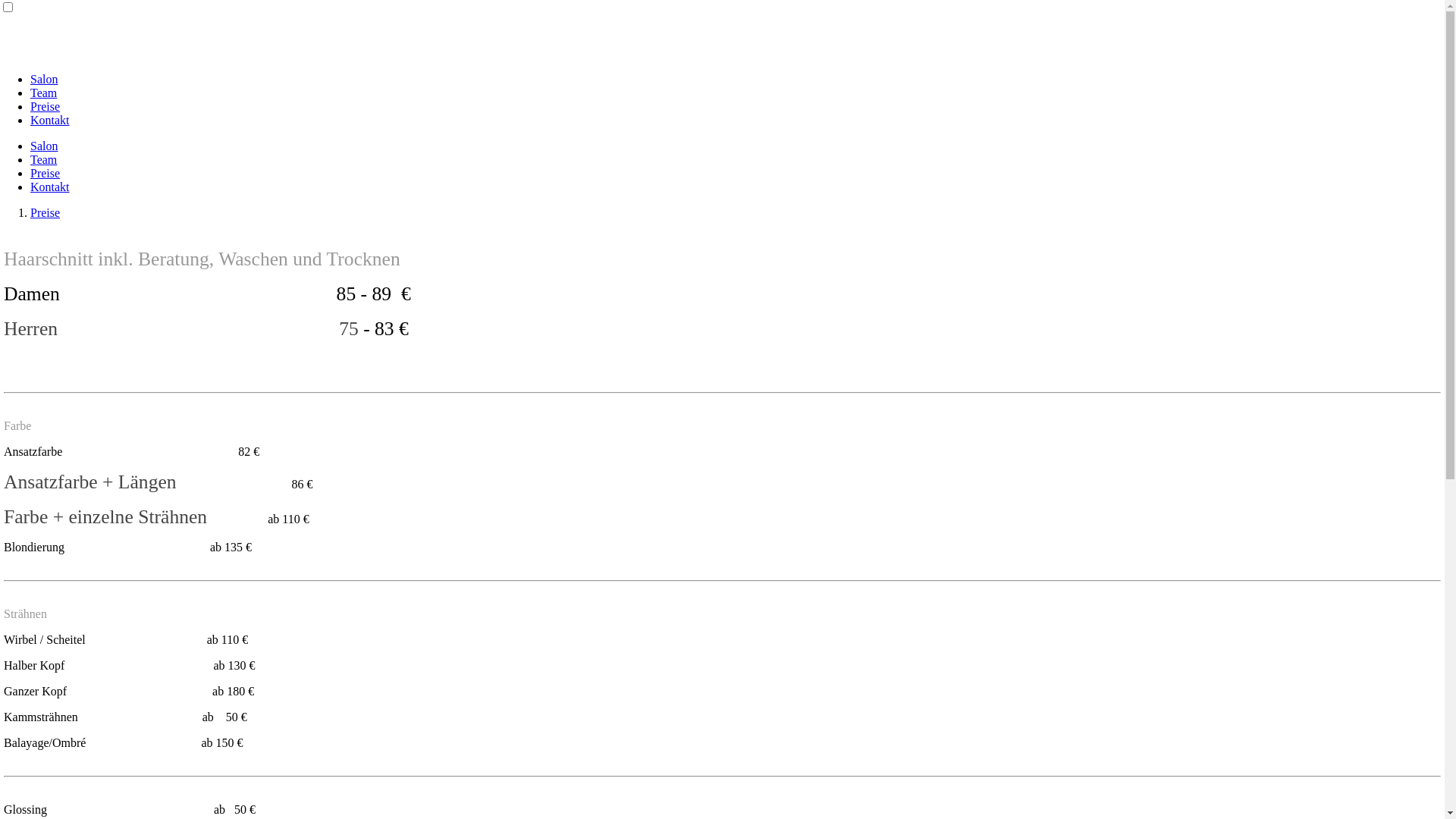 The width and height of the screenshot is (1456, 819). What do you see at coordinates (30, 119) in the screenshot?
I see `'Kontakt'` at bounding box center [30, 119].